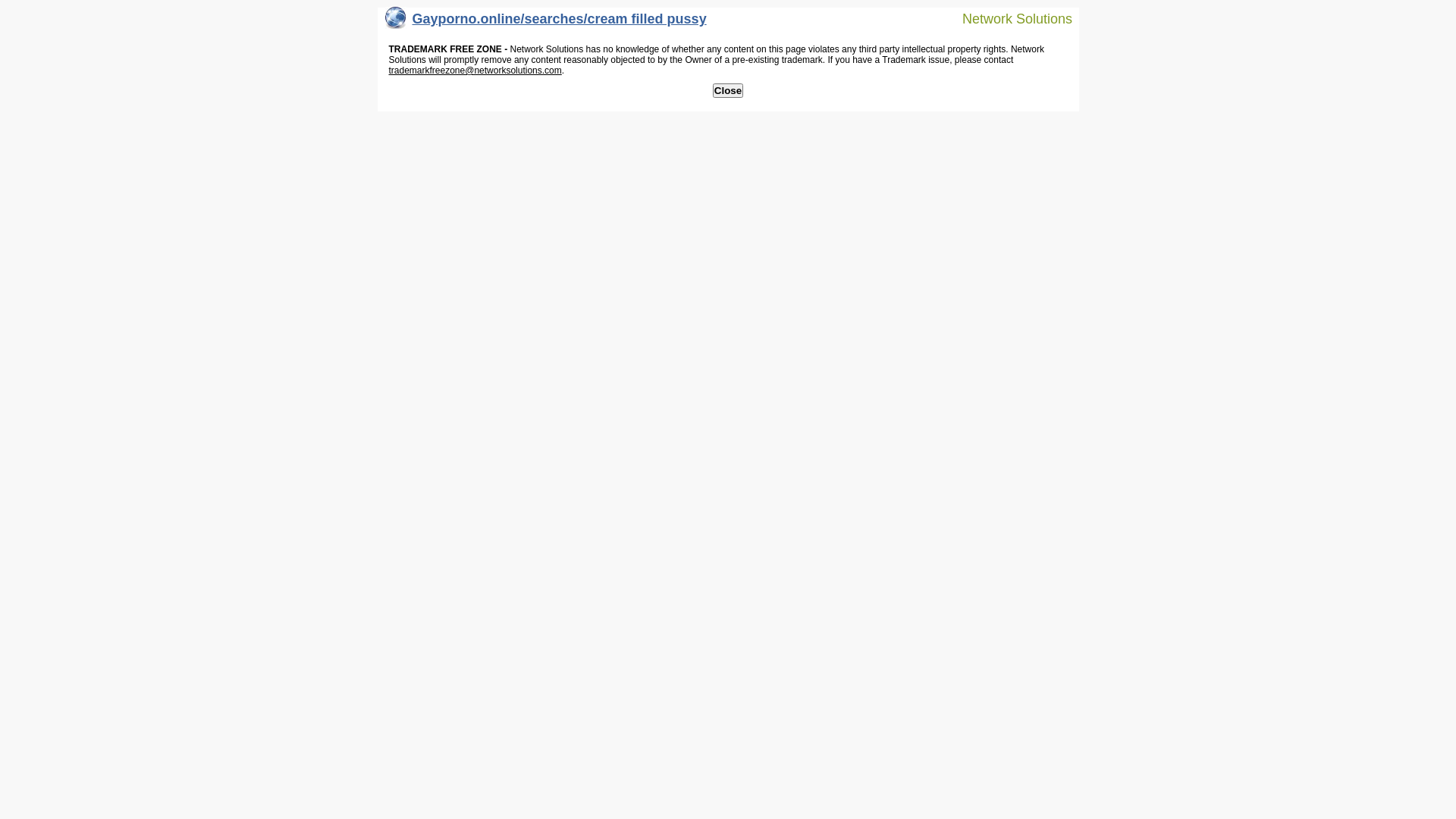  I want to click on 'Gayporno.online/searches/cream filled pussy', so click(546, 22).